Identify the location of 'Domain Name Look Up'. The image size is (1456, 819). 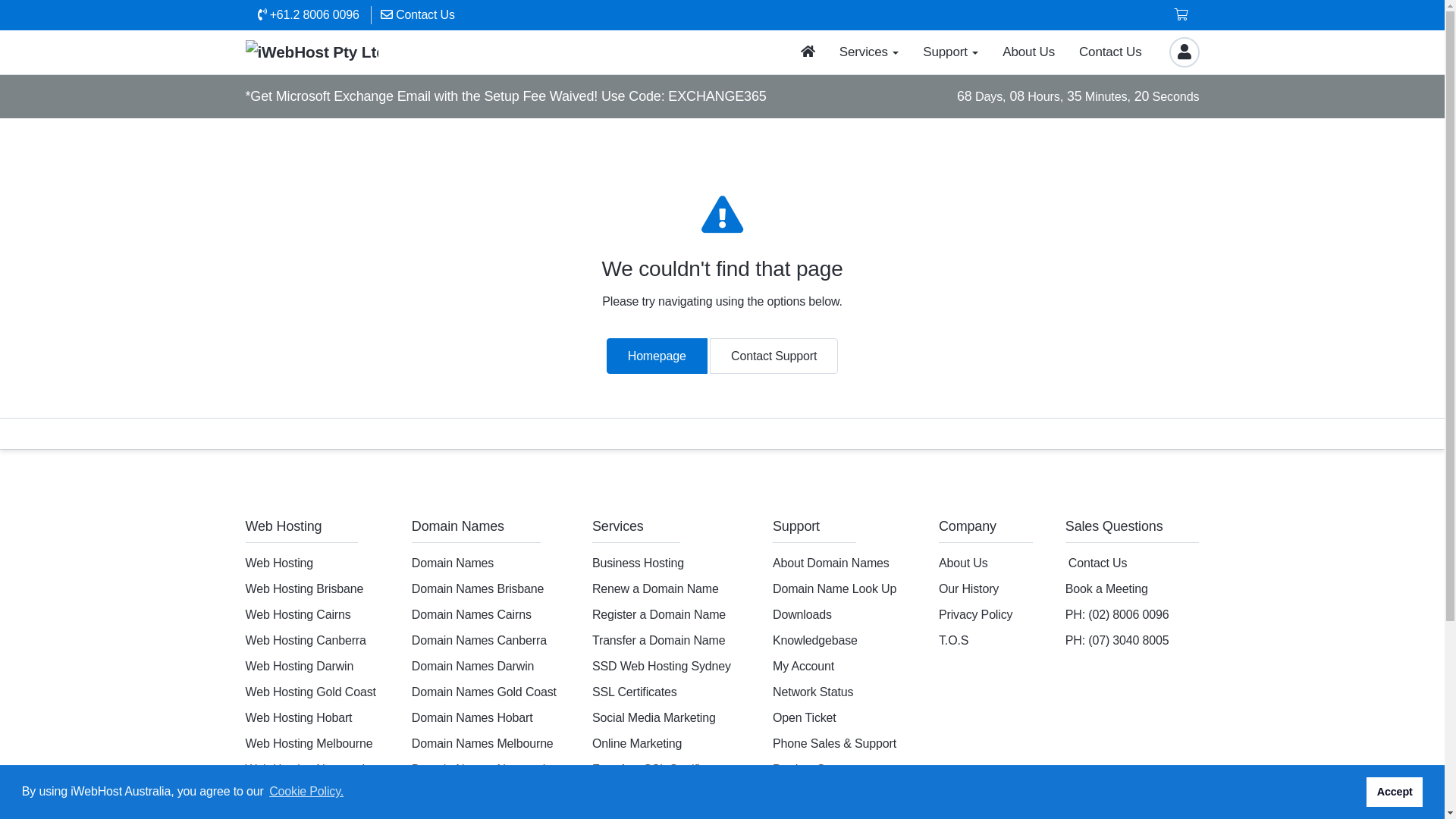
(772, 588).